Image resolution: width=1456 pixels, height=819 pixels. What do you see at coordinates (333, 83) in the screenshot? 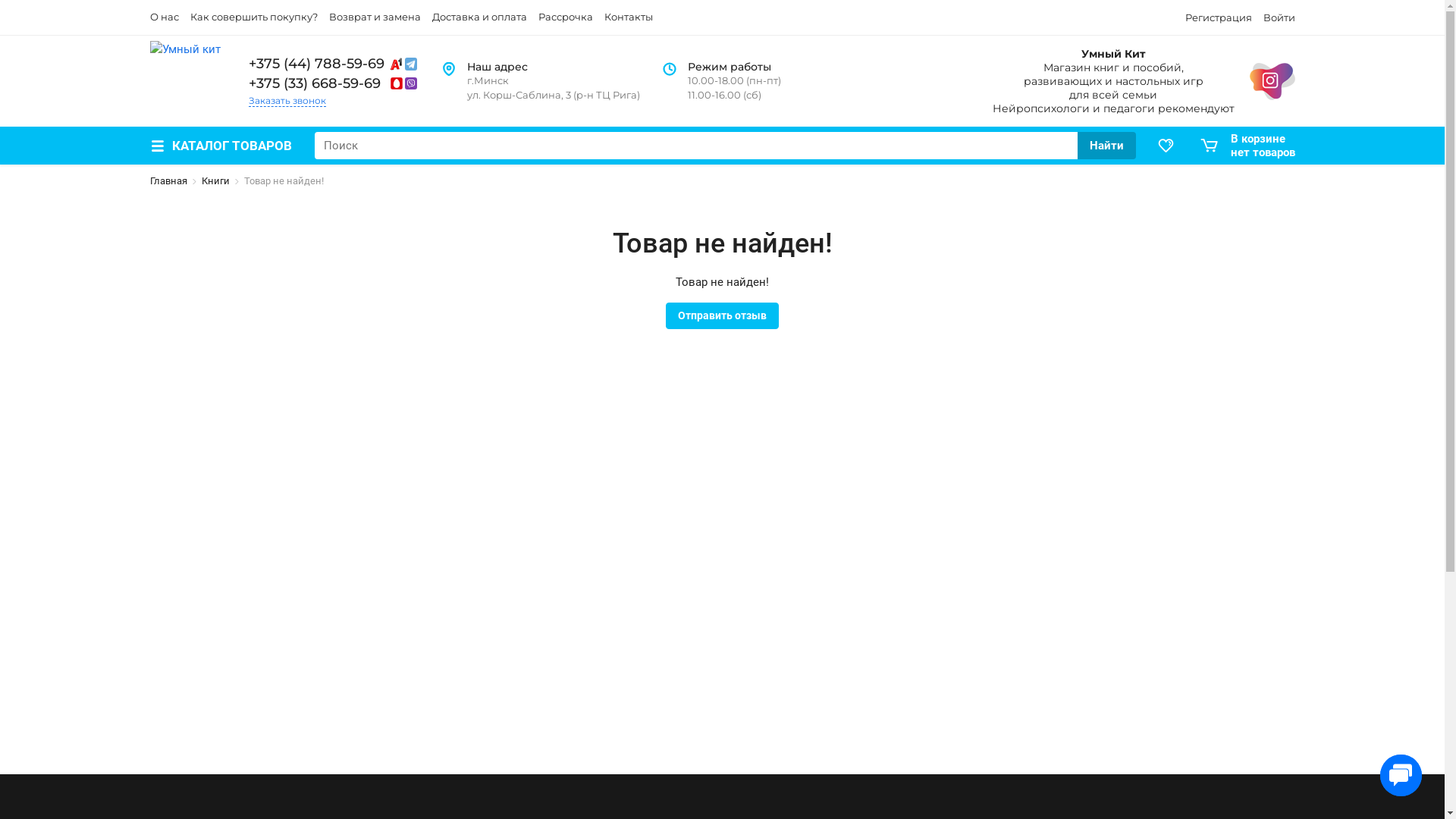
I see `'+375 (33) 668-59-69'` at bounding box center [333, 83].